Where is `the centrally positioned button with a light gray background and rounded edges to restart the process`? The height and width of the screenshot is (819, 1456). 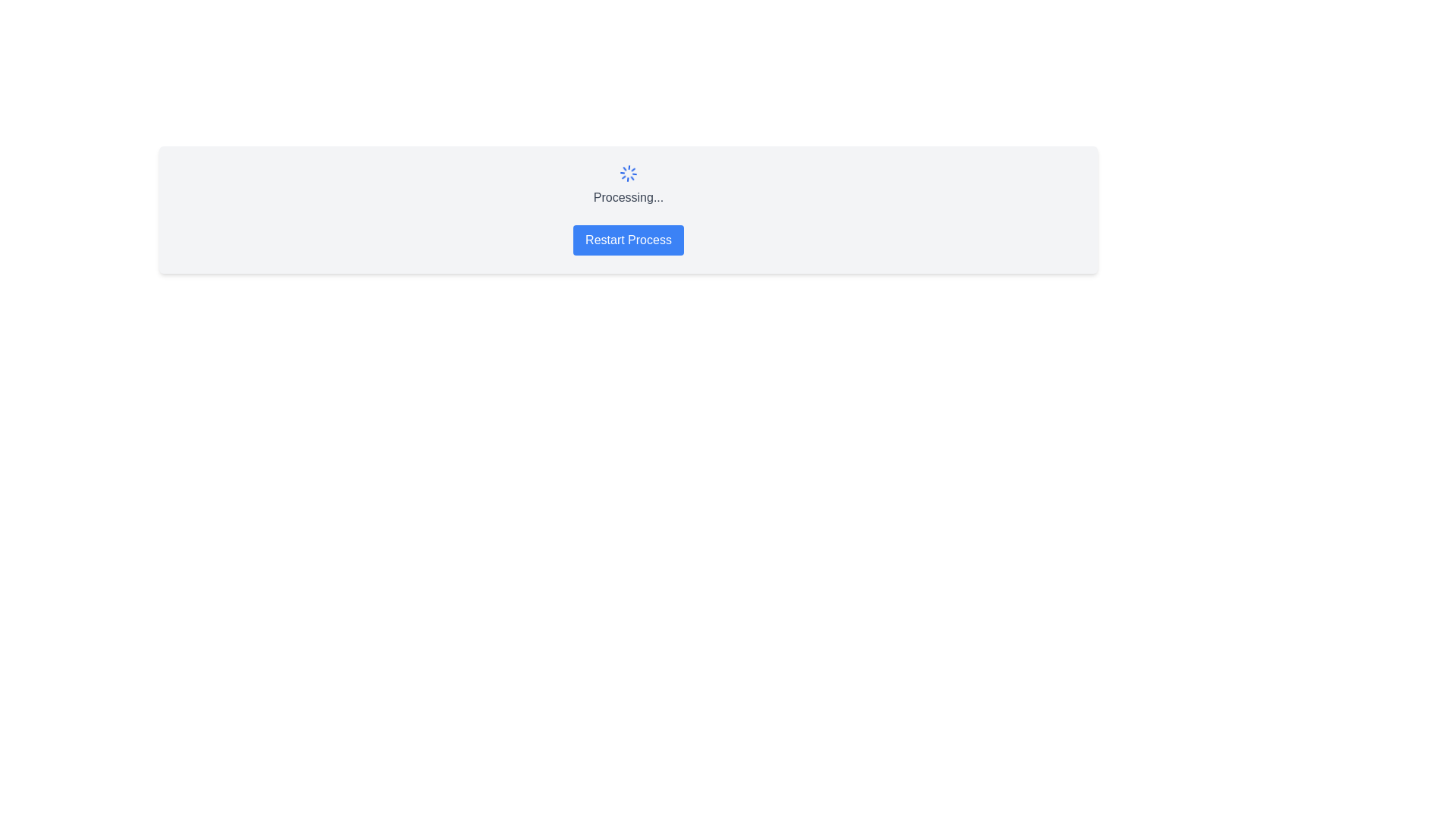 the centrally positioned button with a light gray background and rounded edges to restart the process is located at coordinates (629, 239).